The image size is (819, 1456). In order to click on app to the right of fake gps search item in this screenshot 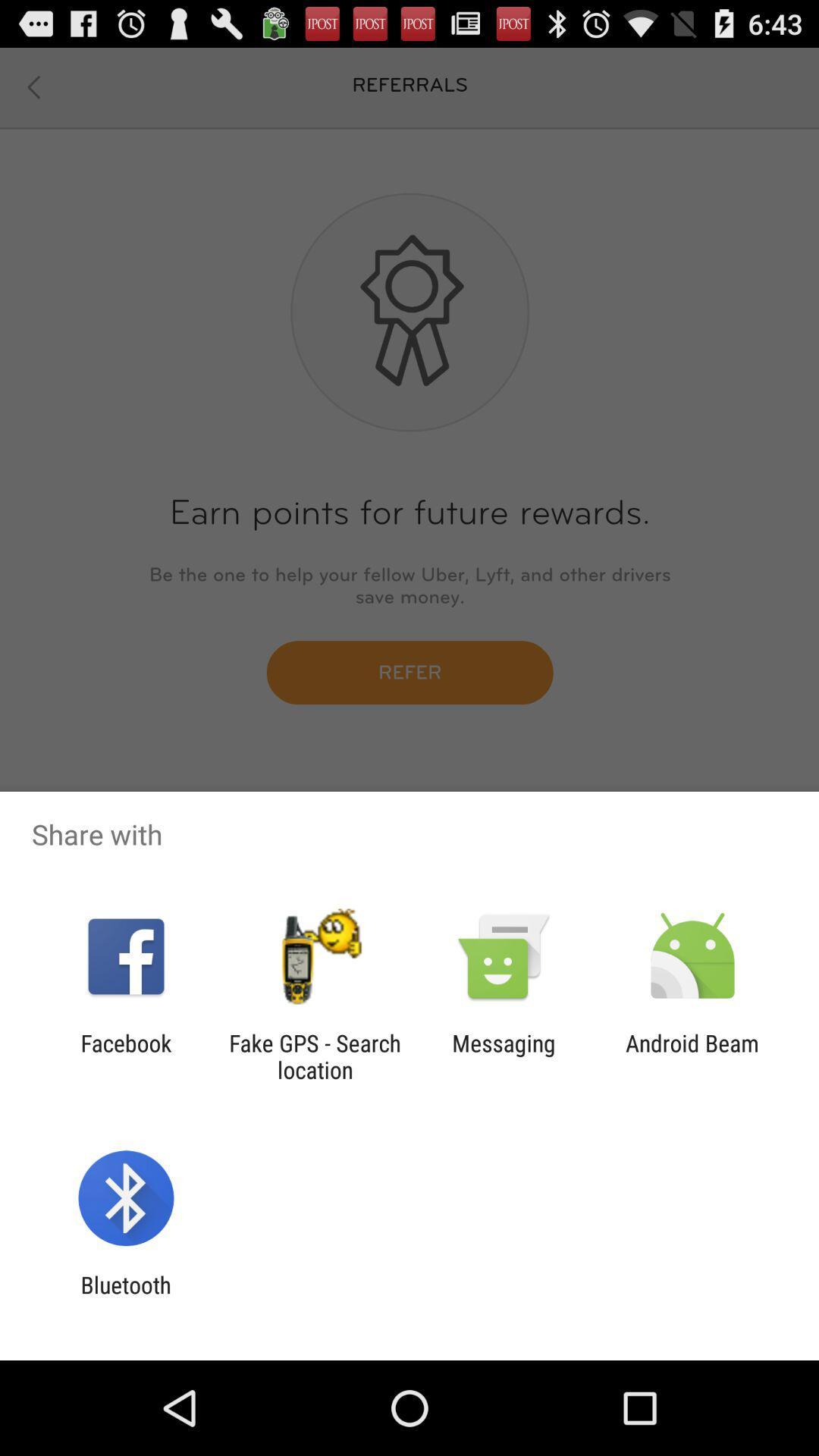, I will do `click(504, 1056)`.